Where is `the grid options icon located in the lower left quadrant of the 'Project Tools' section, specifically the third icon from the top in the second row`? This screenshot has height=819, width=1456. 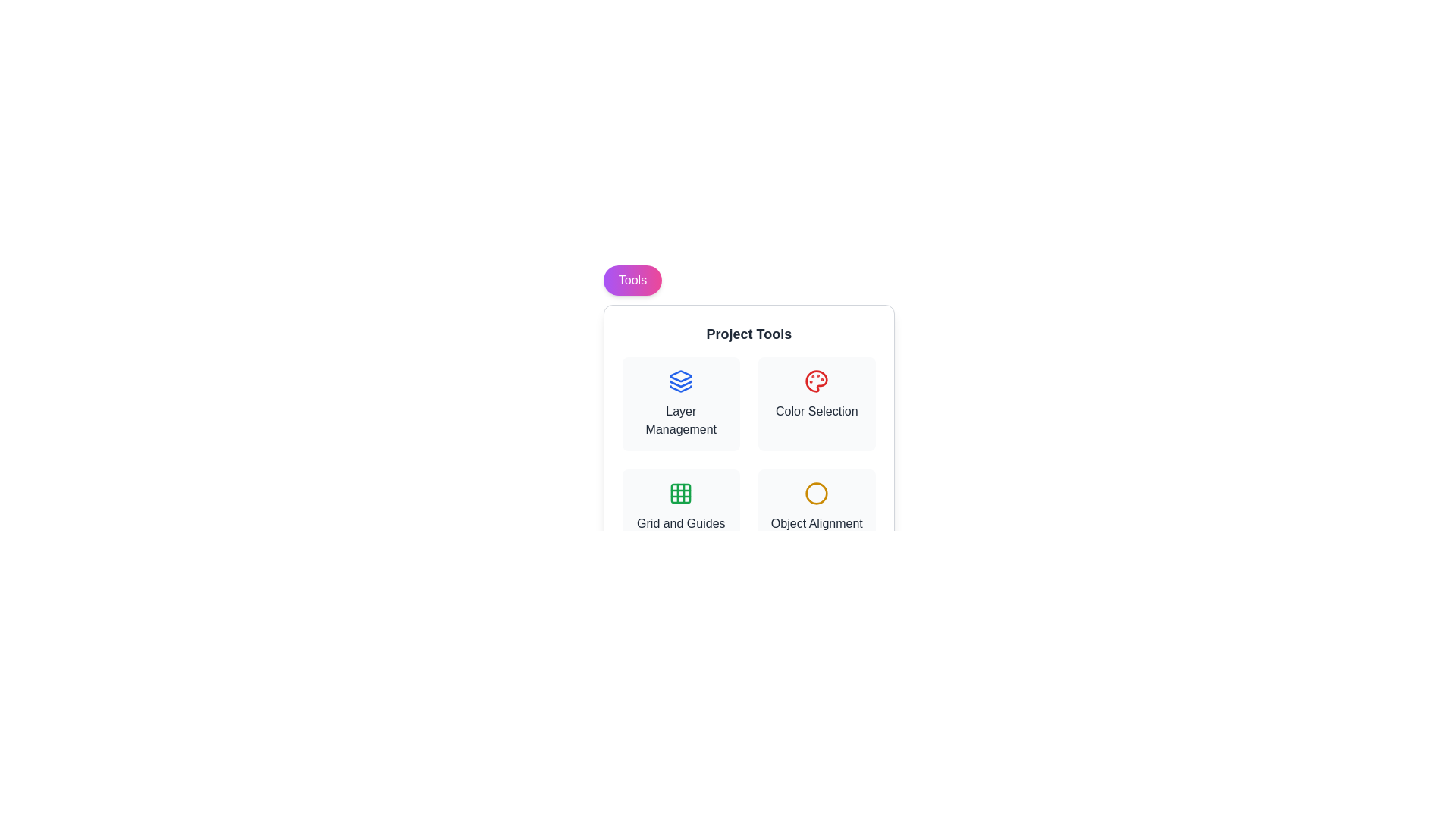
the grid options icon located in the lower left quadrant of the 'Project Tools' section, specifically the third icon from the top in the second row is located at coordinates (680, 494).